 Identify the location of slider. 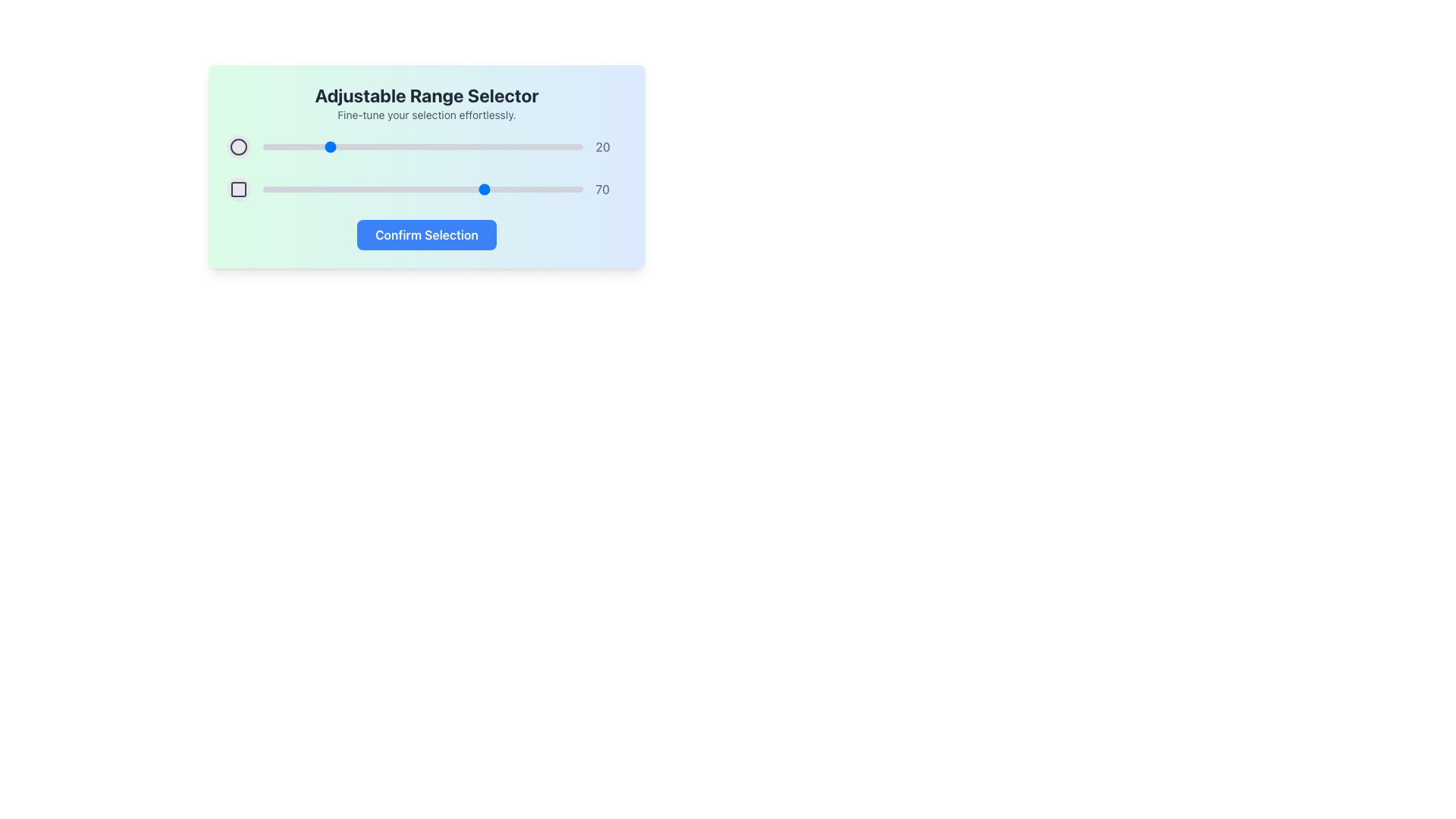
(400, 146).